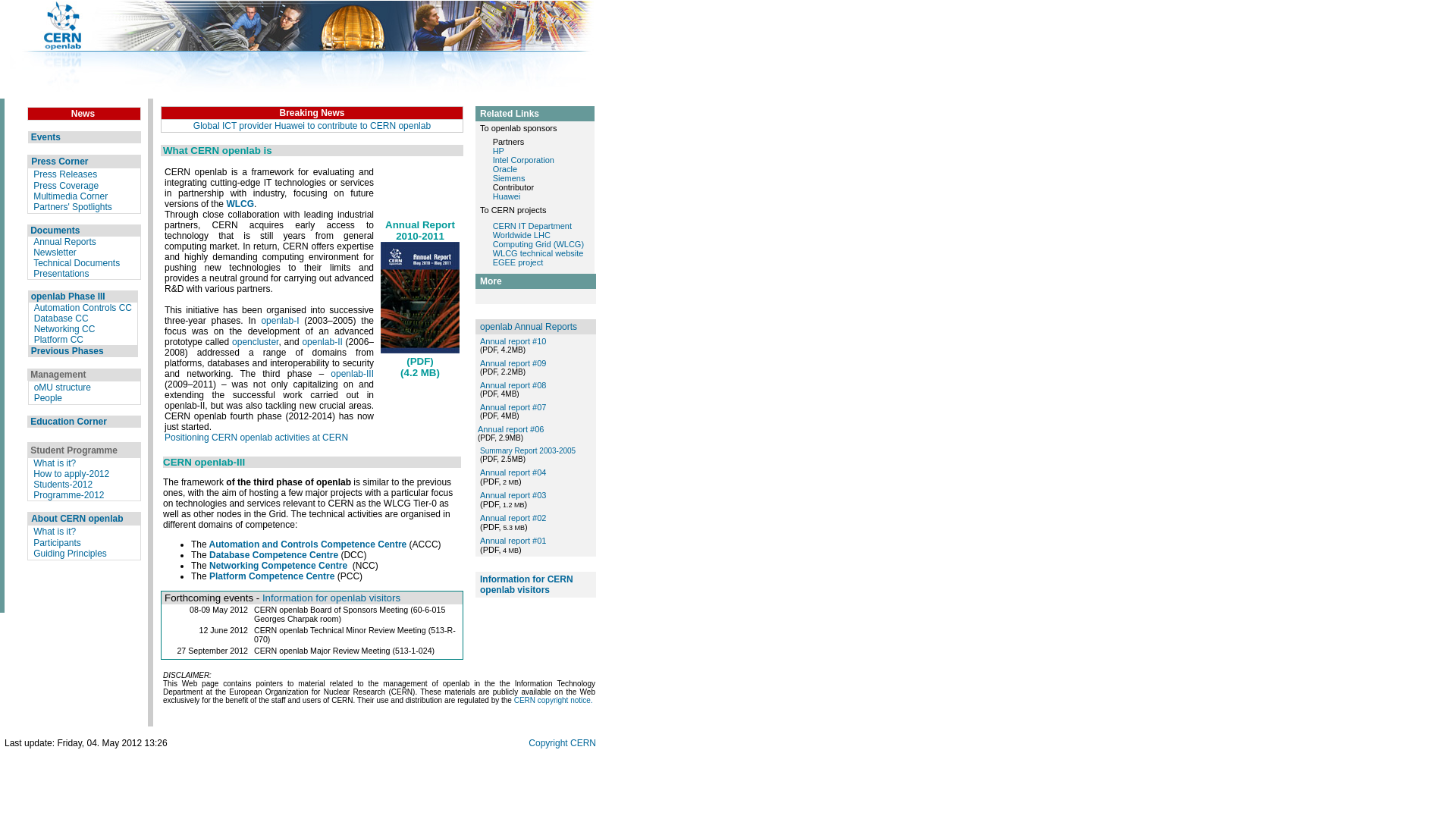 The image size is (1456, 819). Describe the element at coordinates (280, 320) in the screenshot. I see `'openlab-I'` at that location.